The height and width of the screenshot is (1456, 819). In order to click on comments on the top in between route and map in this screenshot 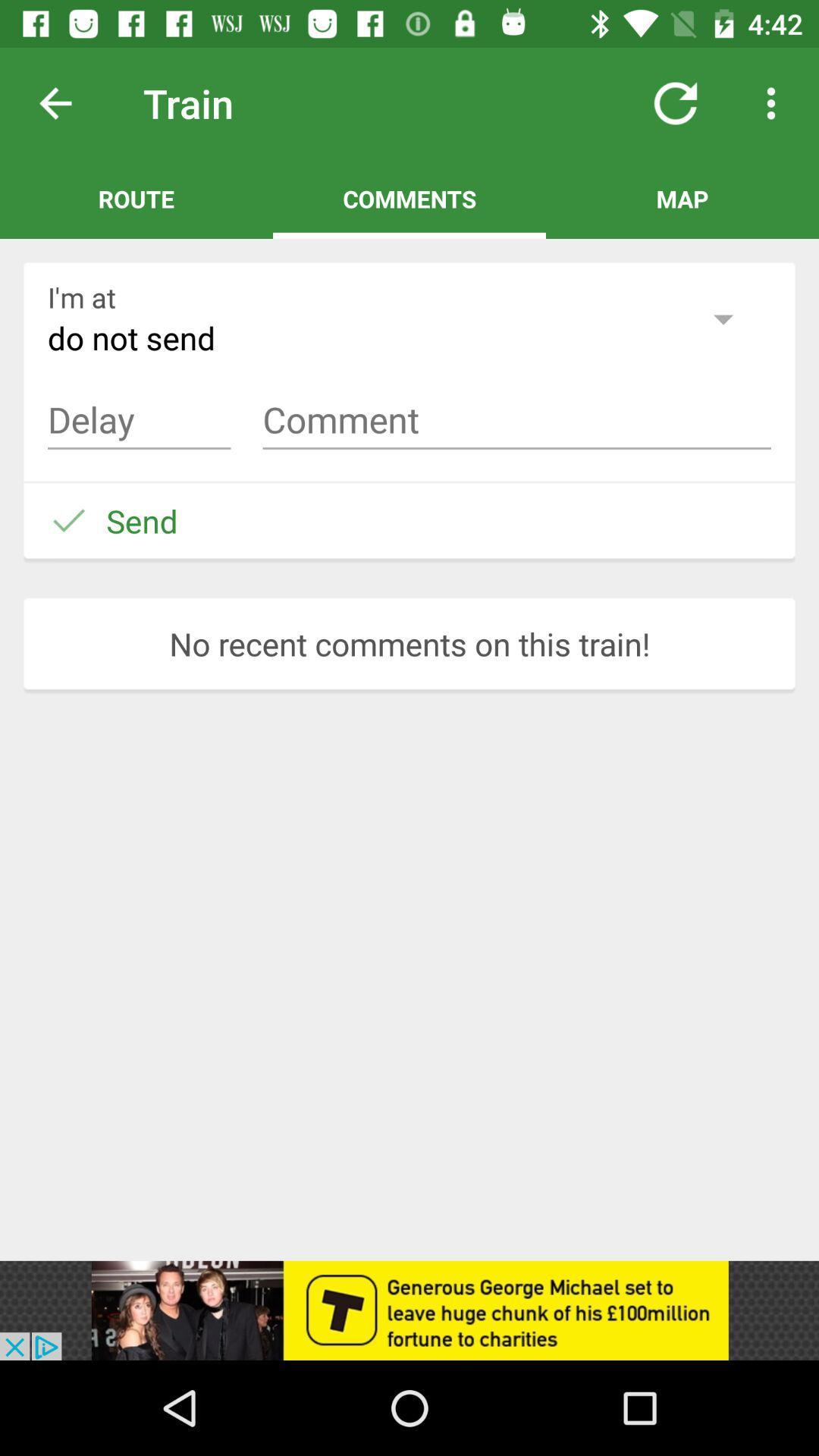, I will do `click(409, 198)`.